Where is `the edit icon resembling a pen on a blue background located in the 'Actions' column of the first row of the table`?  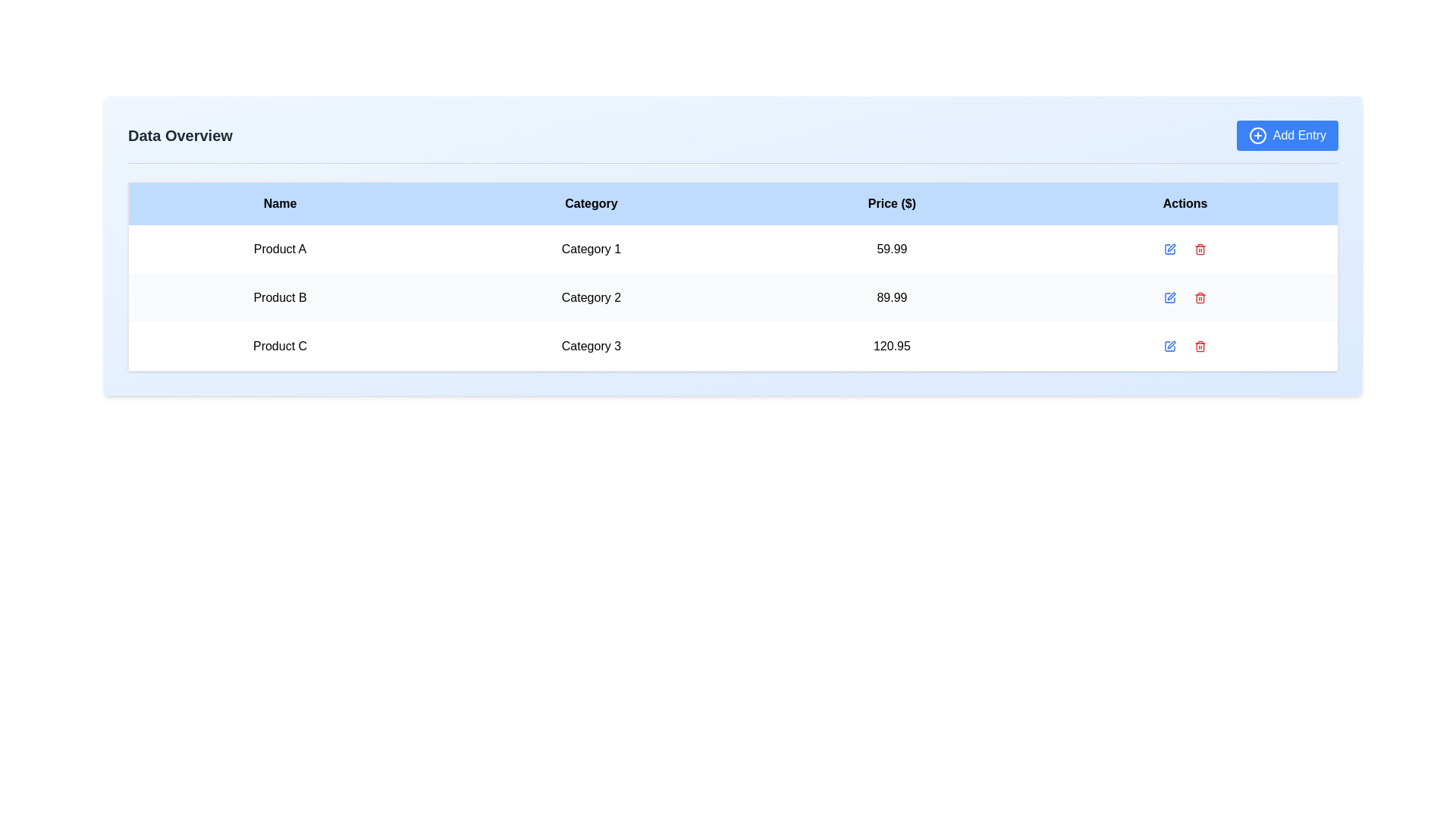
the edit icon resembling a pen on a blue background located in the 'Actions' column of the first row of the table is located at coordinates (1169, 248).